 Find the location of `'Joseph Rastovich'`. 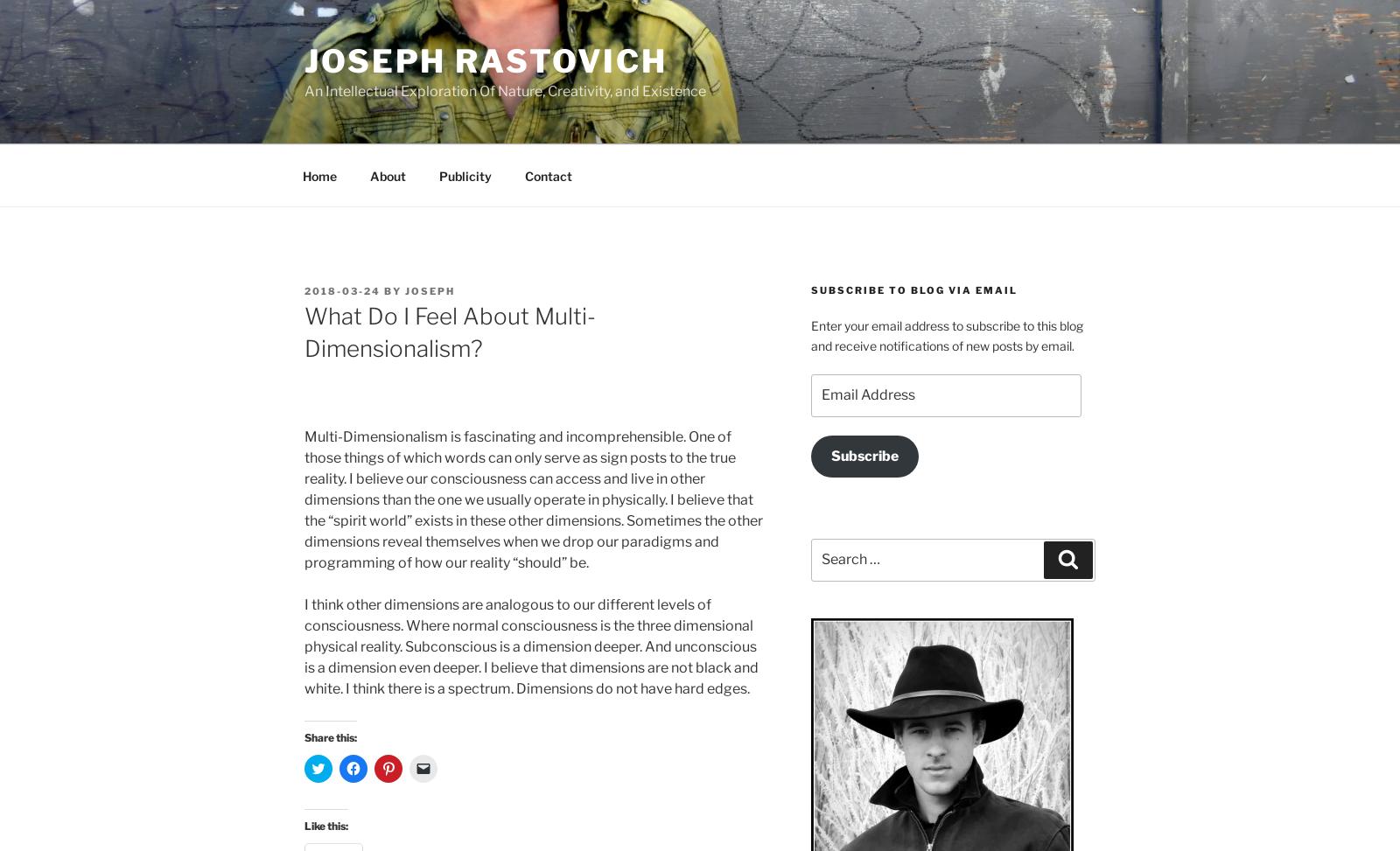

'Joseph Rastovich' is located at coordinates (485, 60).